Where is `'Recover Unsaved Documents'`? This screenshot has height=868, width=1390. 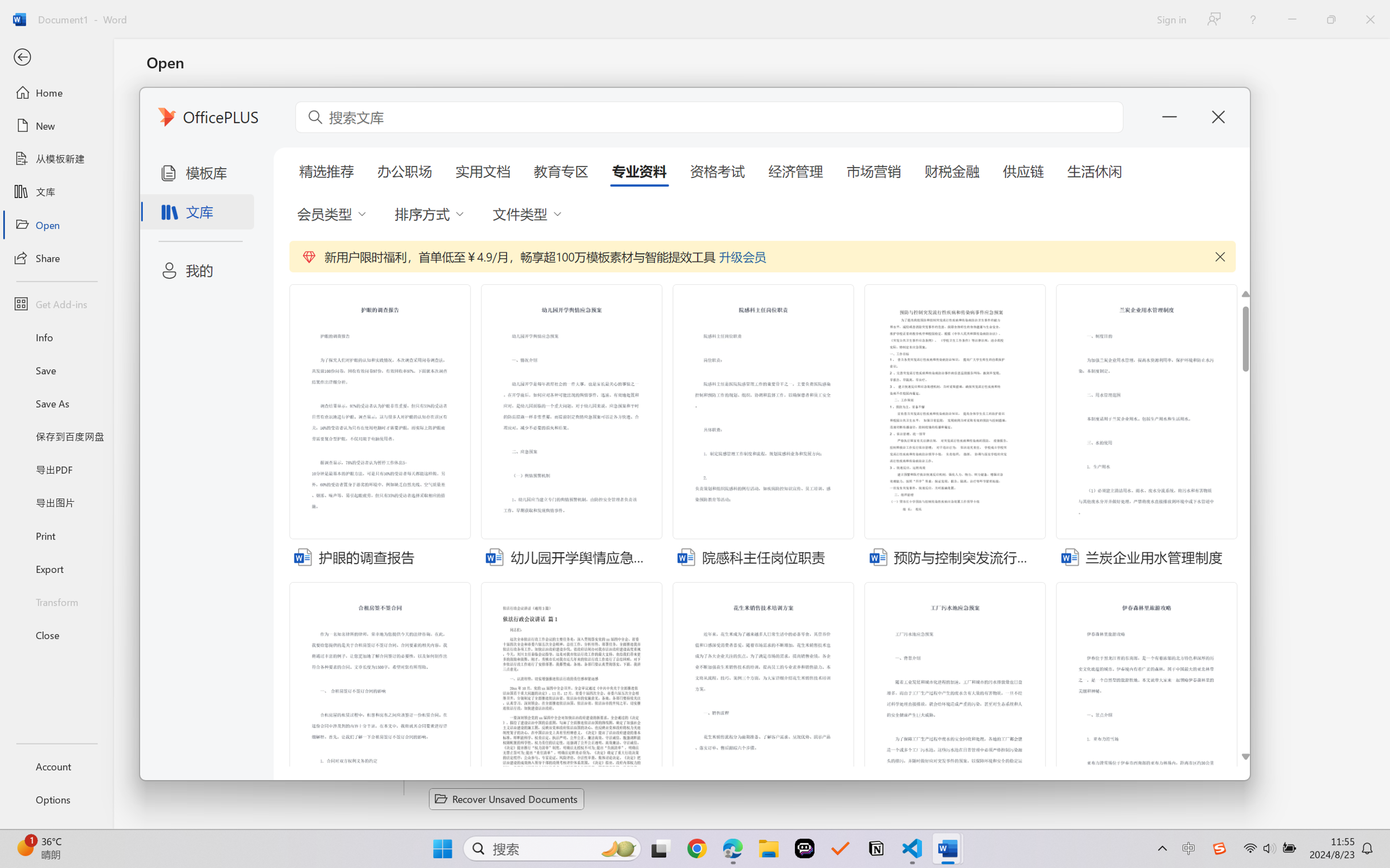
'Recover Unsaved Documents' is located at coordinates (507, 799).